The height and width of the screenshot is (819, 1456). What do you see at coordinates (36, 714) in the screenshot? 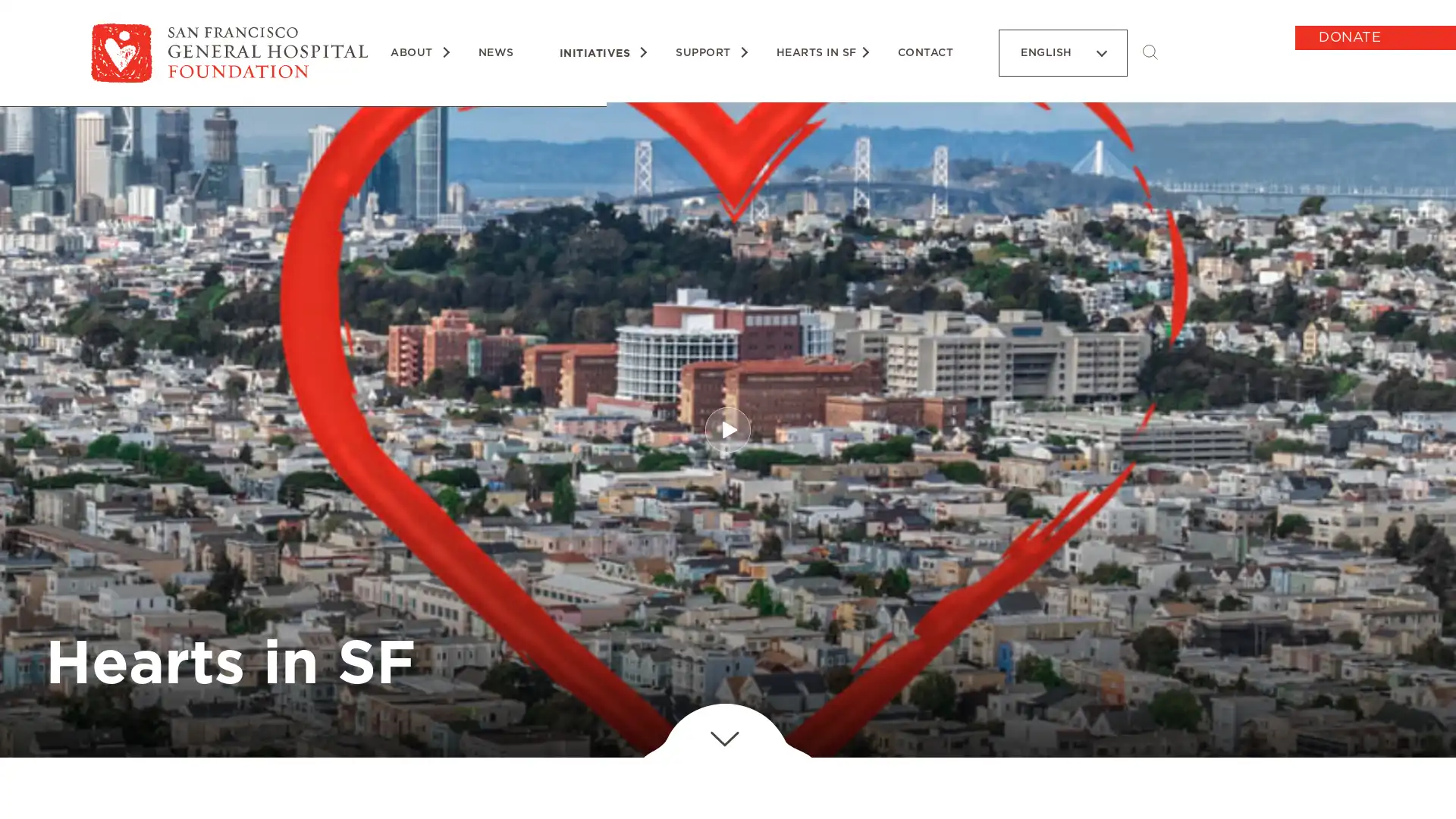
I see `play` at bounding box center [36, 714].